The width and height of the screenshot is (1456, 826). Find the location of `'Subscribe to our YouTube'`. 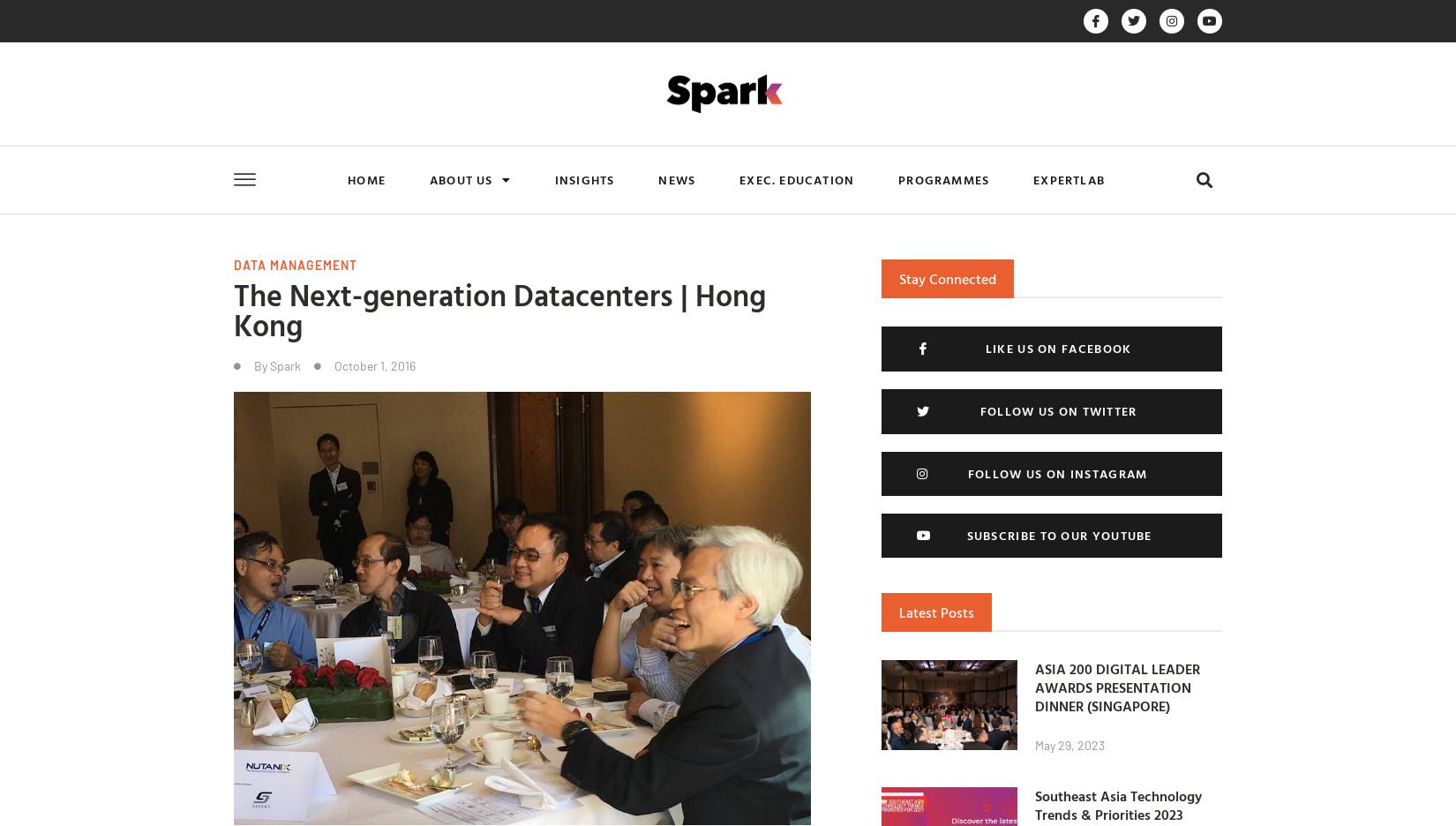

'Subscribe to our YouTube' is located at coordinates (965, 535).